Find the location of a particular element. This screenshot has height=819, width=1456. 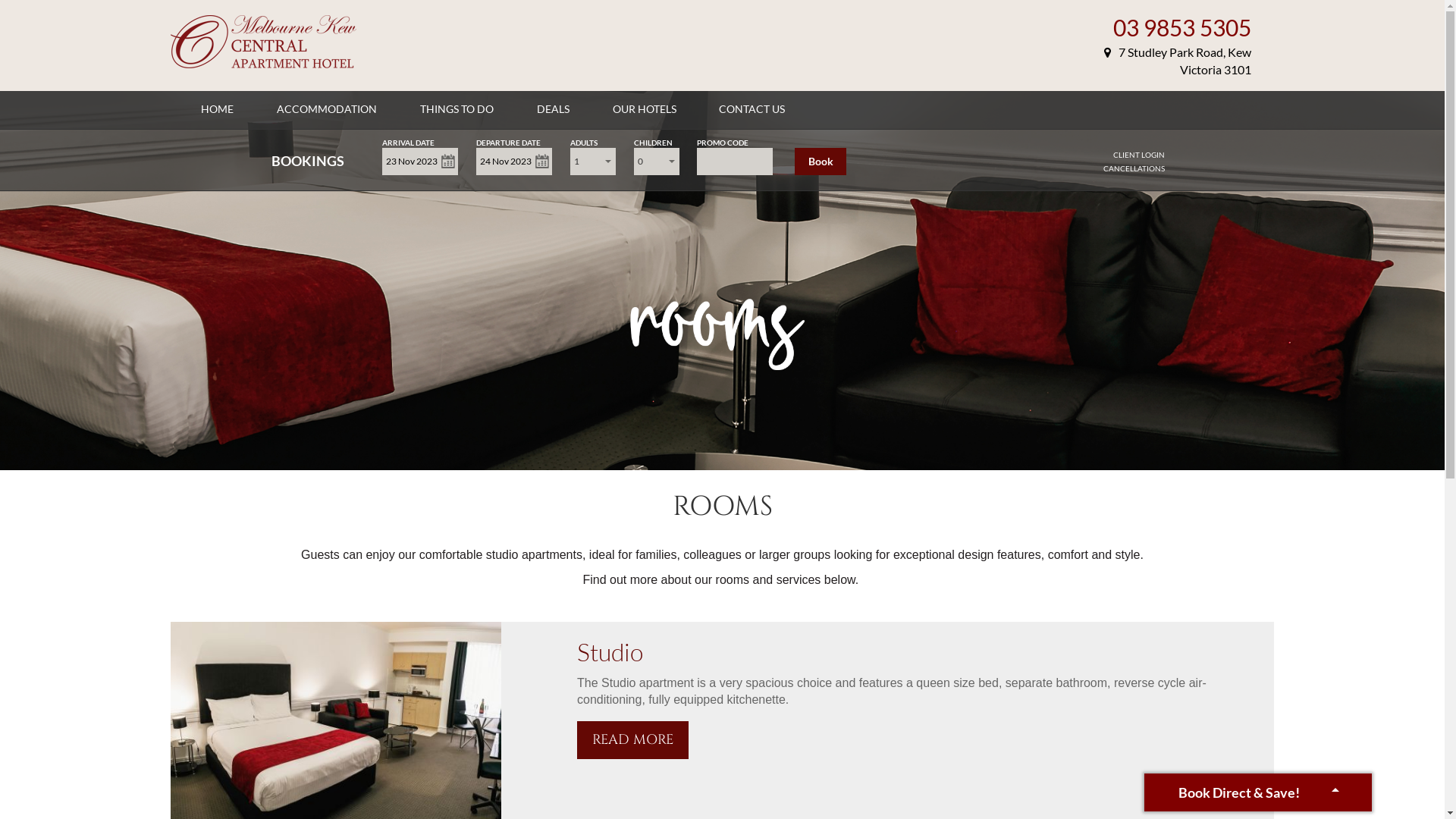

'CANCELLATIONS' is located at coordinates (1134, 168).